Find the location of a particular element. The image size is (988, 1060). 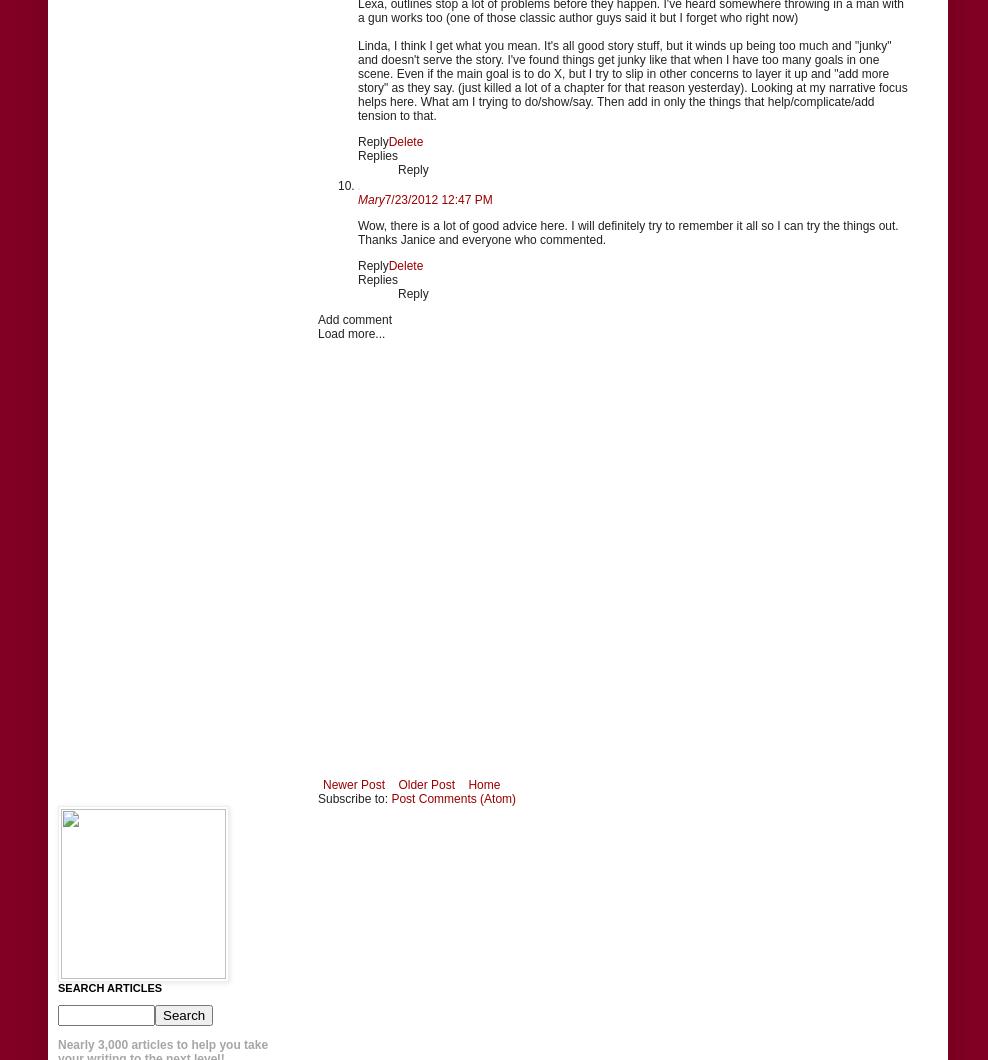

'Add comment' is located at coordinates (354, 318).